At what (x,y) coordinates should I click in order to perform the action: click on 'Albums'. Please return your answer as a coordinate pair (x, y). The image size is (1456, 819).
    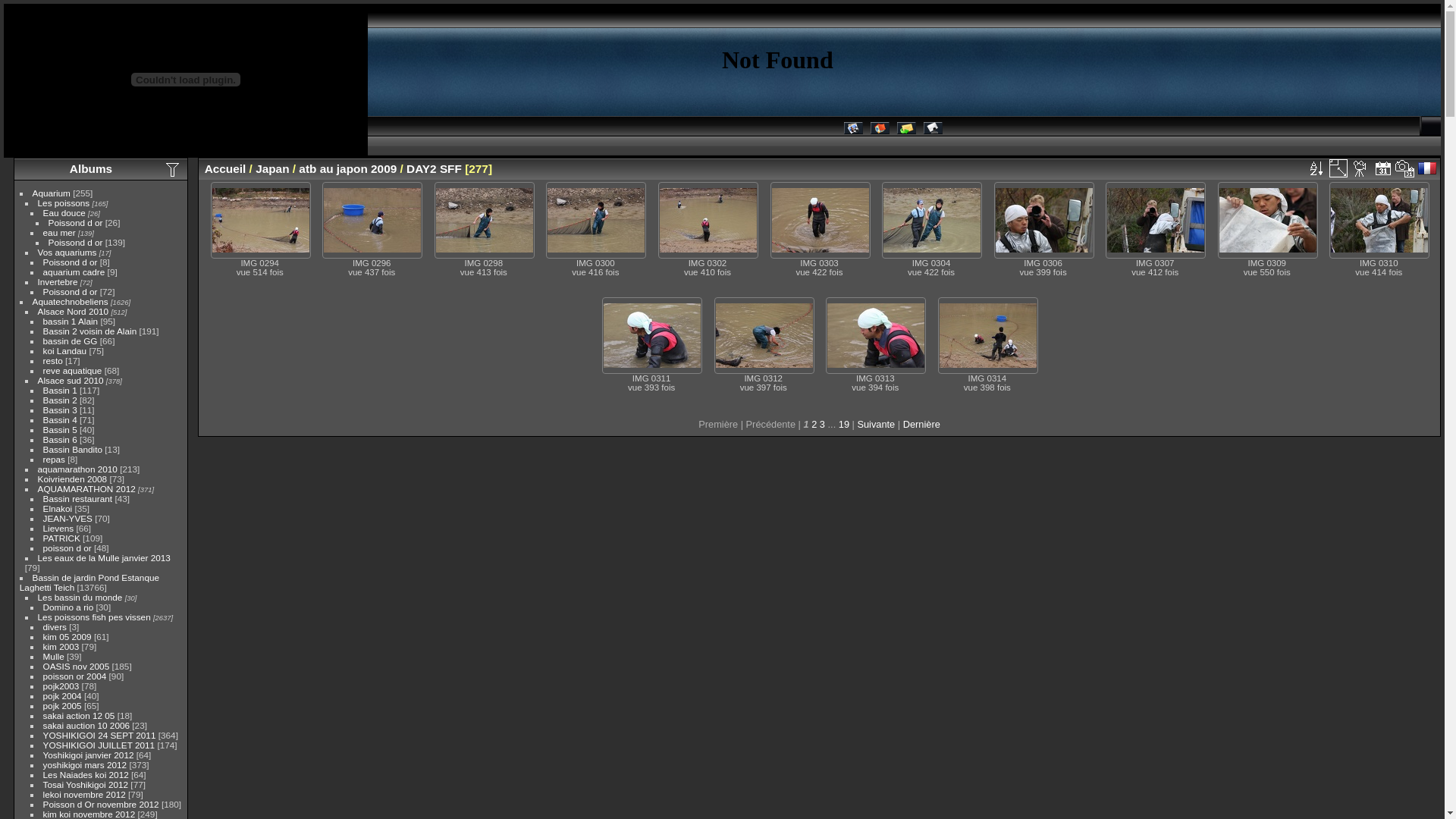
    Looking at the image, I should click on (90, 168).